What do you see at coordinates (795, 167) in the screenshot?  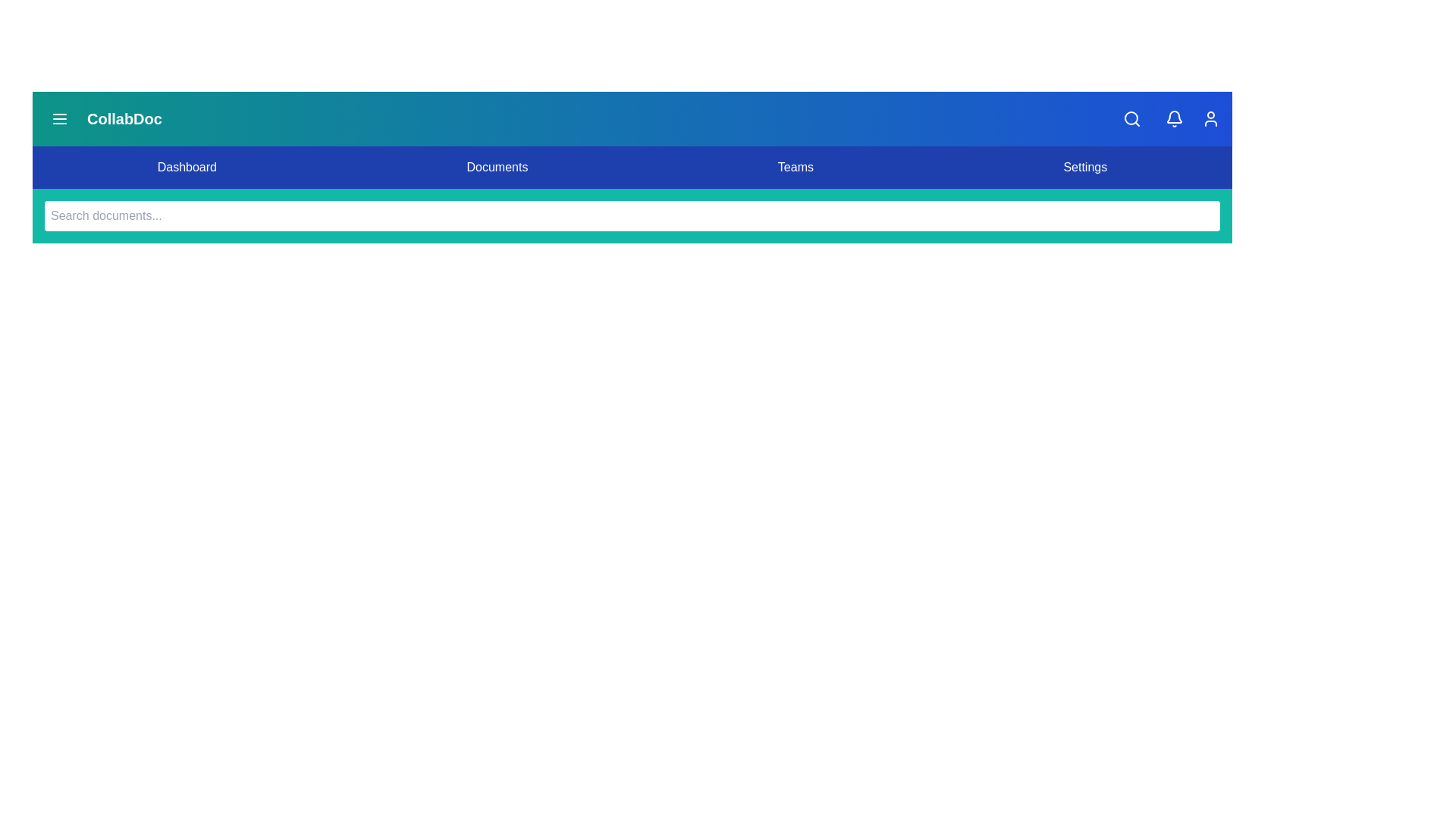 I see `the navigation item Teams from the menu` at bounding box center [795, 167].